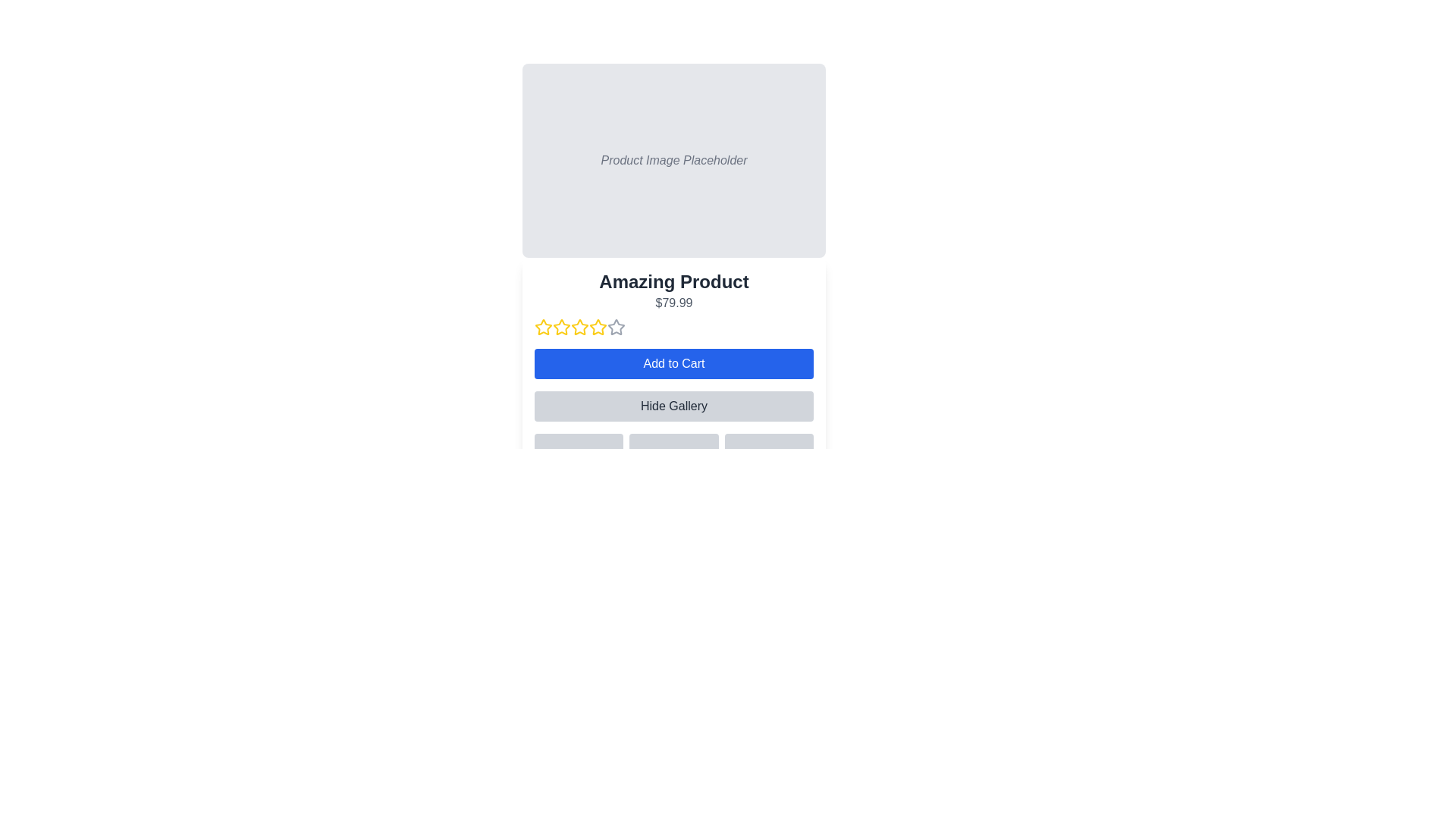  I want to click on the 'Add to Cart' button, which is a rectangular button with white text on a blue background, located below the product's rating stars and price information, so click(673, 363).